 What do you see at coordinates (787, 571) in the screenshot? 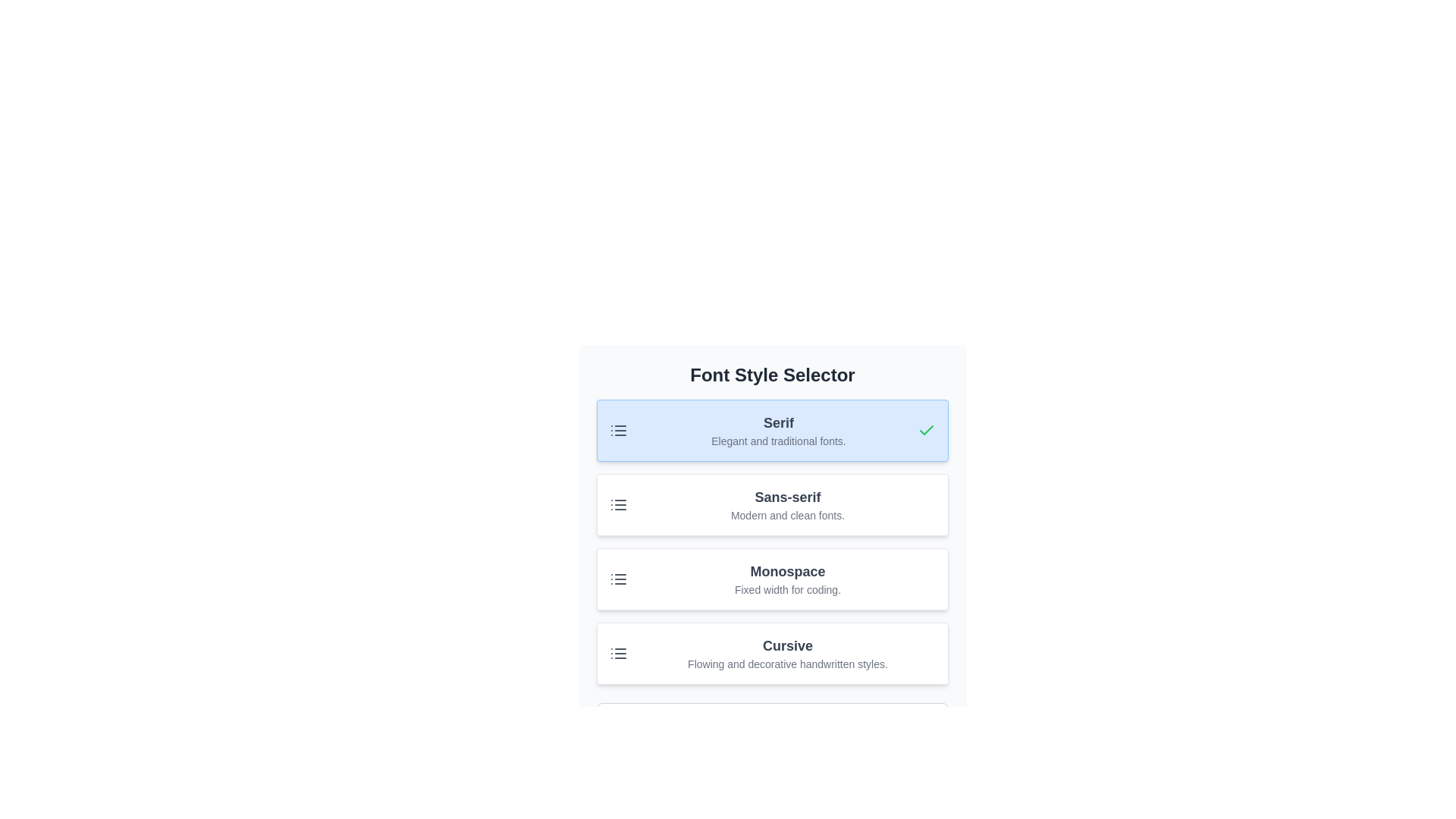
I see `the 'Monospace' font style label, which indicates the name of the font style option in the list of font styles` at bounding box center [787, 571].